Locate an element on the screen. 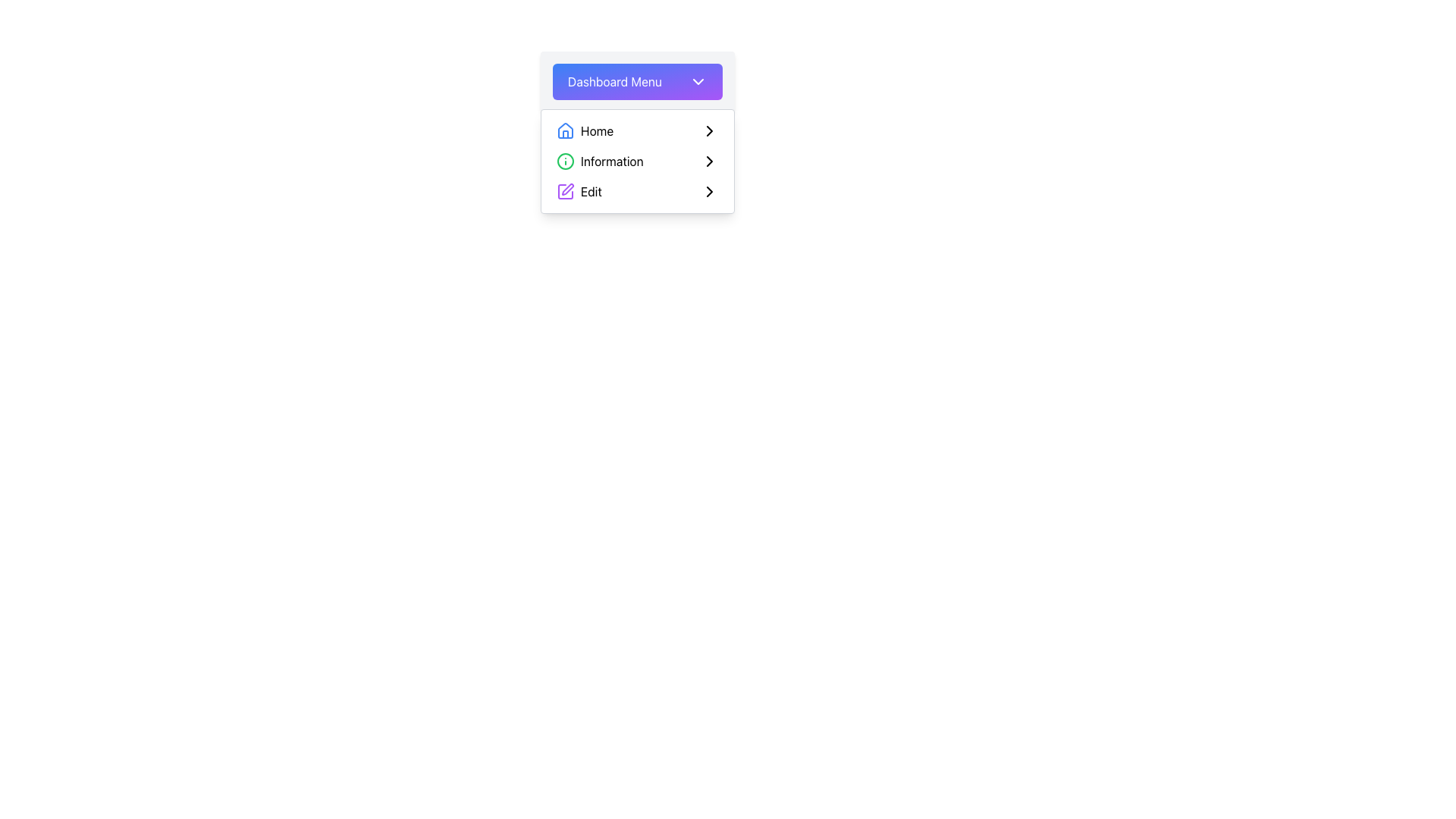 Image resolution: width=1456 pixels, height=819 pixels. the home icon in the menu section that precedes the 'Home' label, which is the first item in the menu list is located at coordinates (564, 130).